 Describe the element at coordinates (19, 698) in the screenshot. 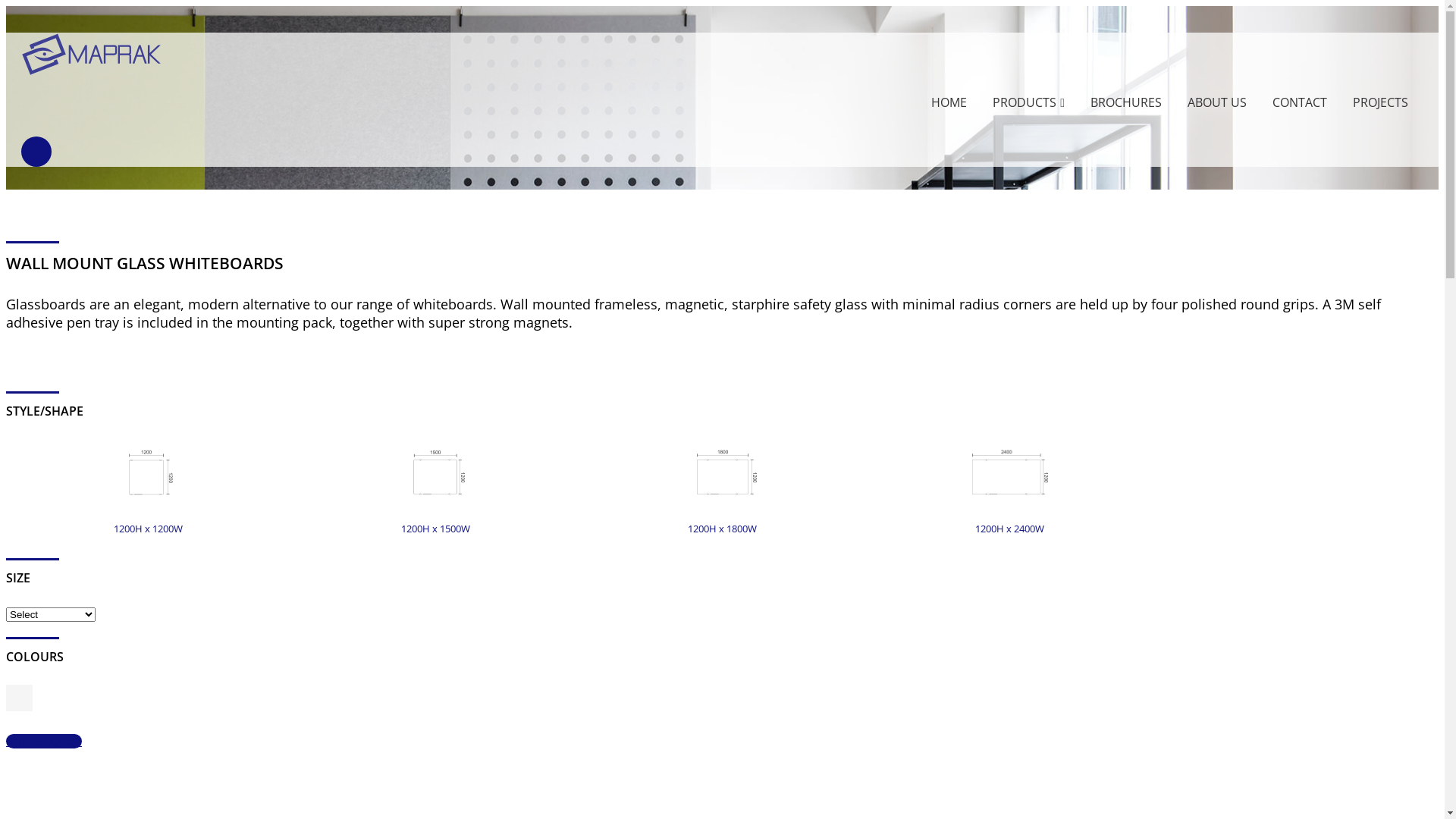

I see `'White magnetic starphire safety glass'` at that location.